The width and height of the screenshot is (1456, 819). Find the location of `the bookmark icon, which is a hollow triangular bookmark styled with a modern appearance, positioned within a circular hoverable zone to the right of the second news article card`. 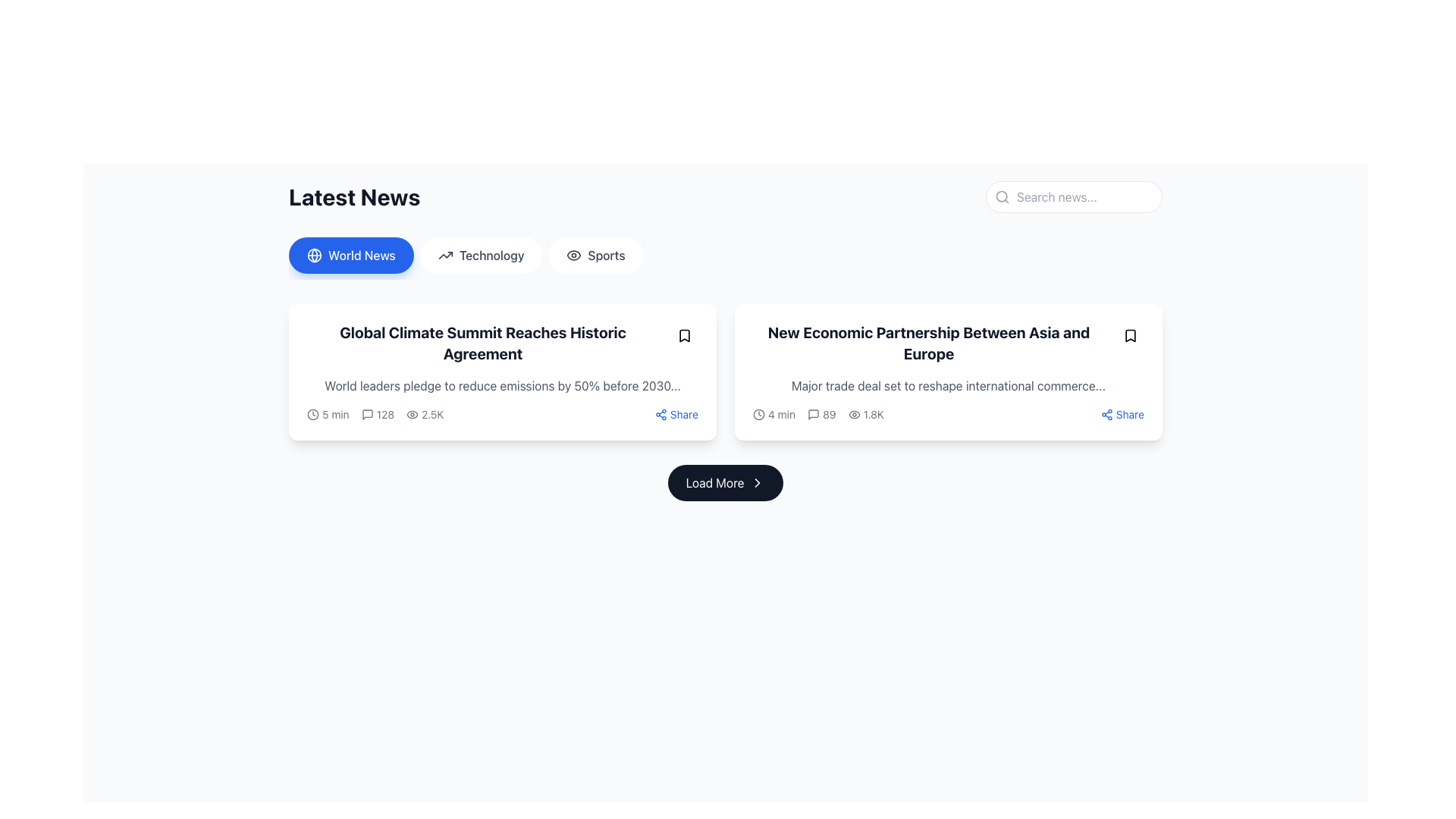

the bookmark icon, which is a hollow triangular bookmark styled with a modern appearance, positioned within a circular hoverable zone to the right of the second news article card is located at coordinates (683, 335).